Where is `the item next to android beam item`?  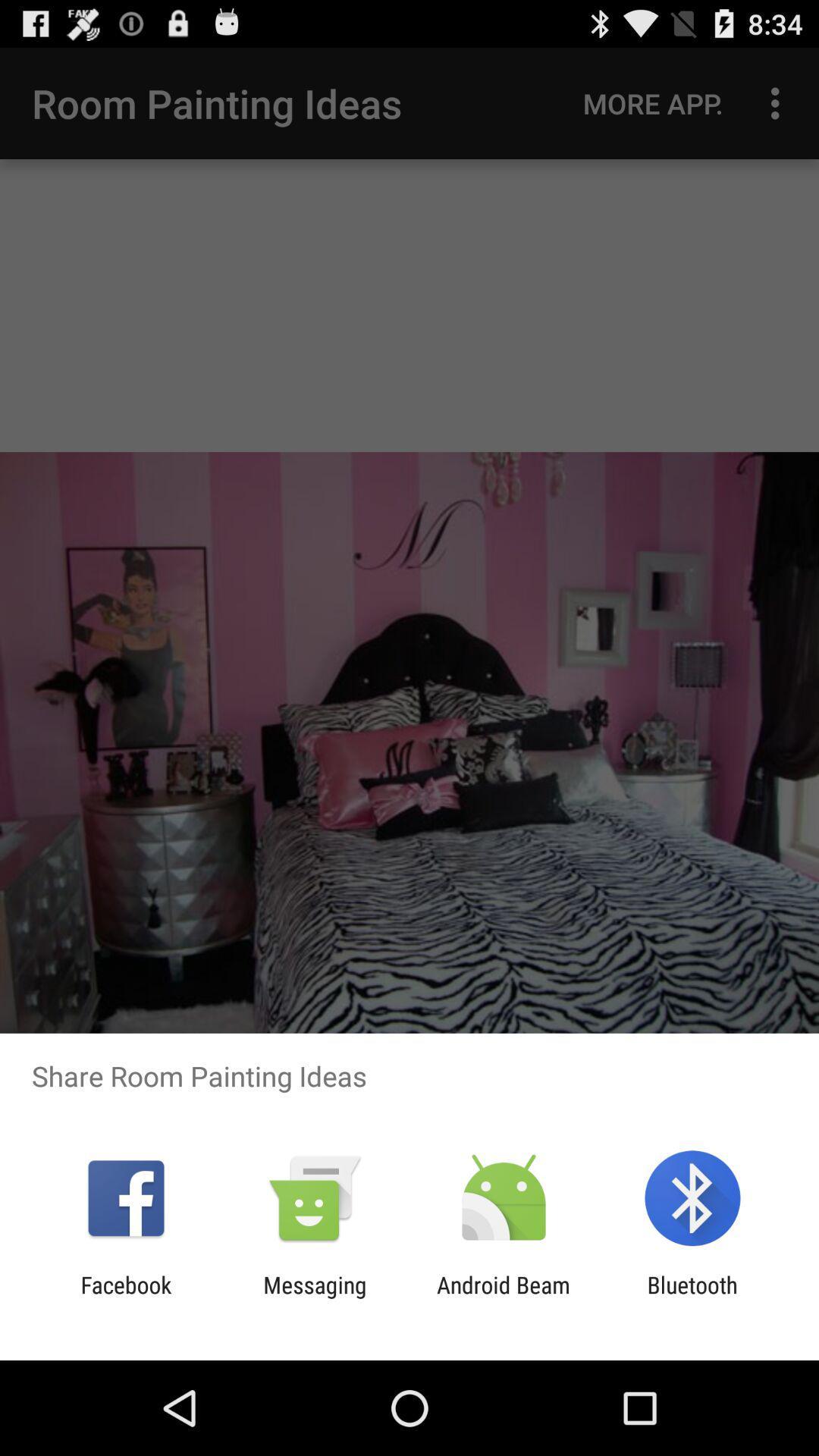 the item next to android beam item is located at coordinates (314, 1298).